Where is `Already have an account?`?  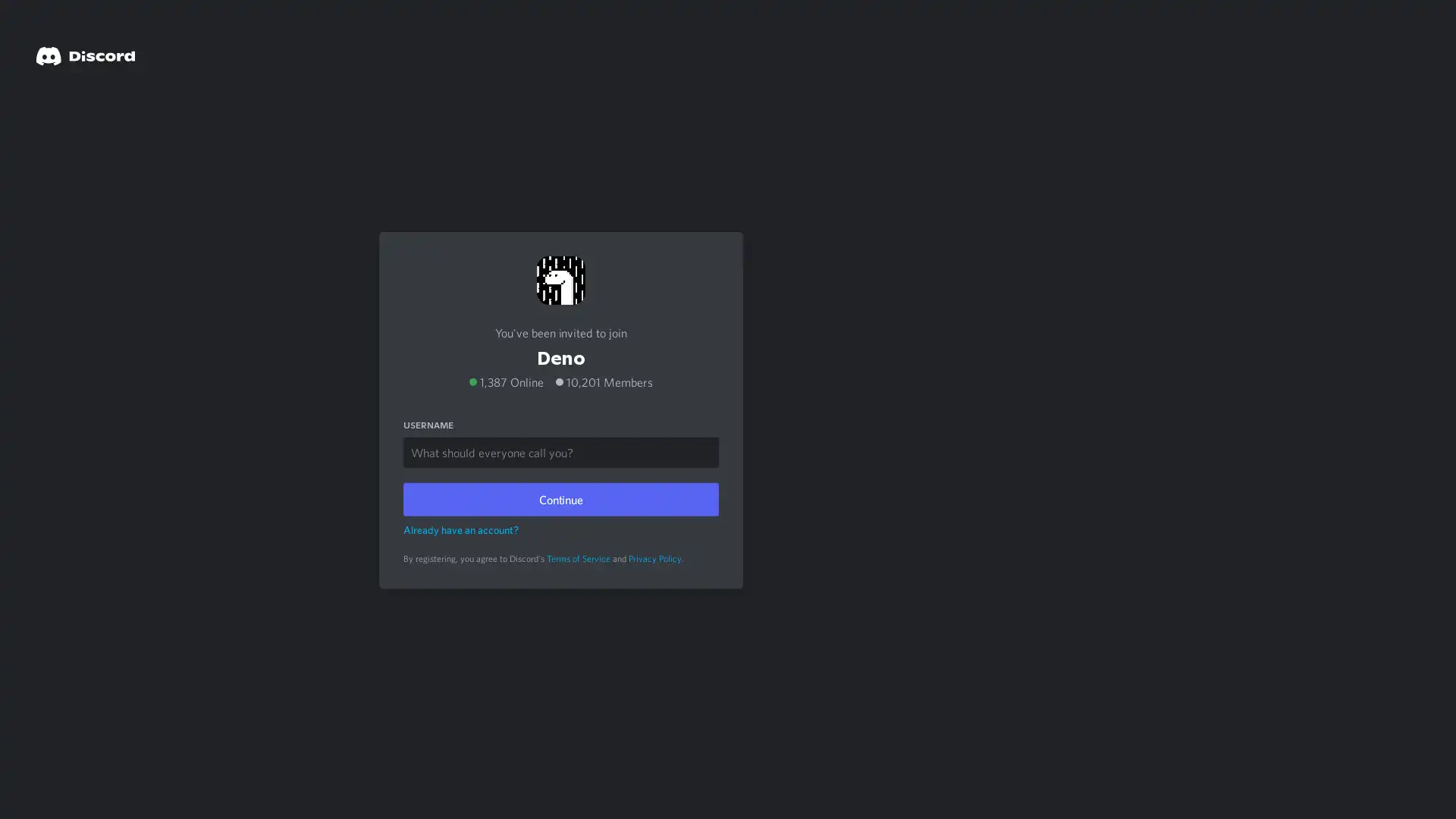
Already have an account? is located at coordinates (460, 528).